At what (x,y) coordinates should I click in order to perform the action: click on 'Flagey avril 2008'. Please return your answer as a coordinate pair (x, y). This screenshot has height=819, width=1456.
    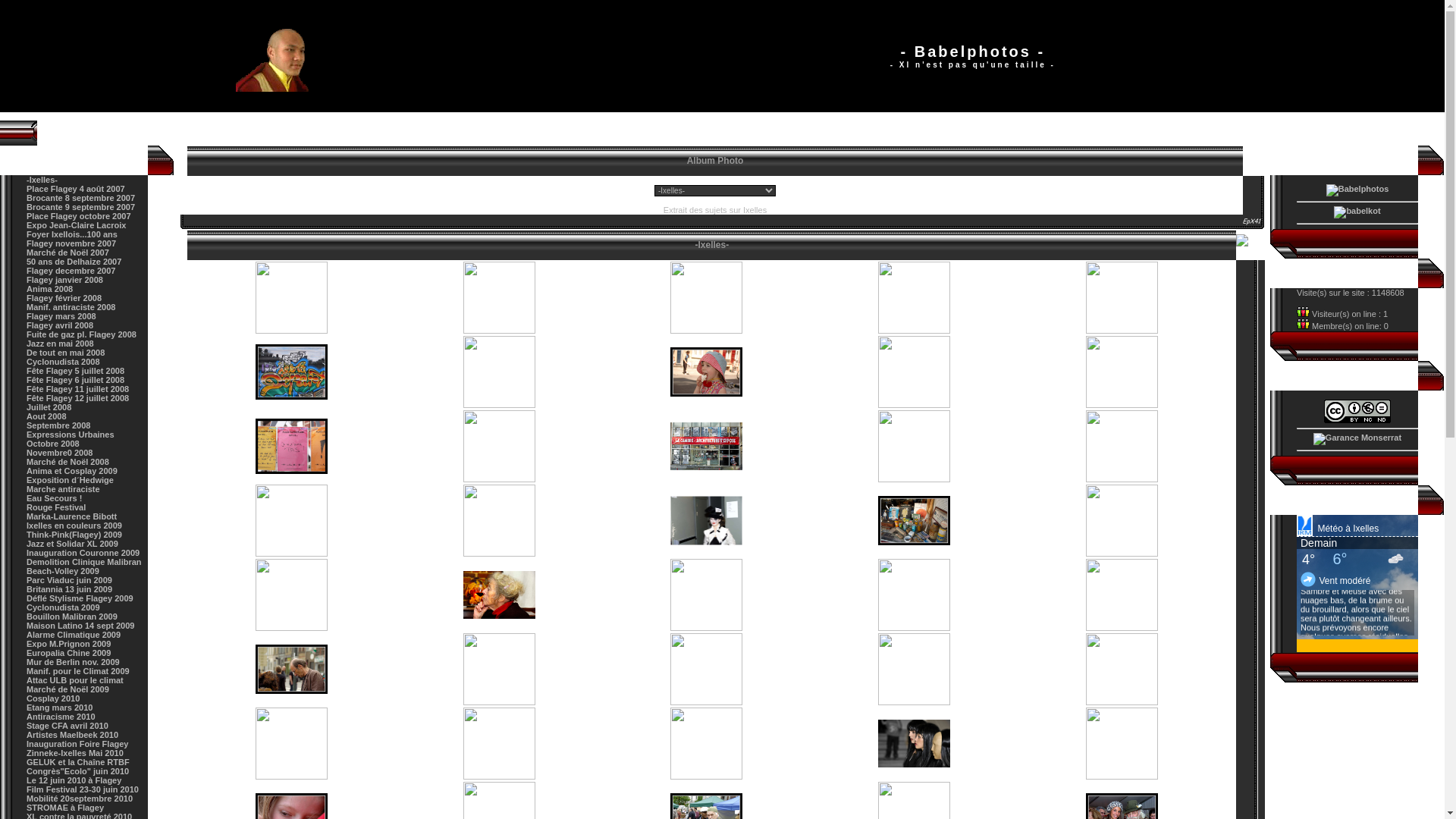
    Looking at the image, I should click on (59, 324).